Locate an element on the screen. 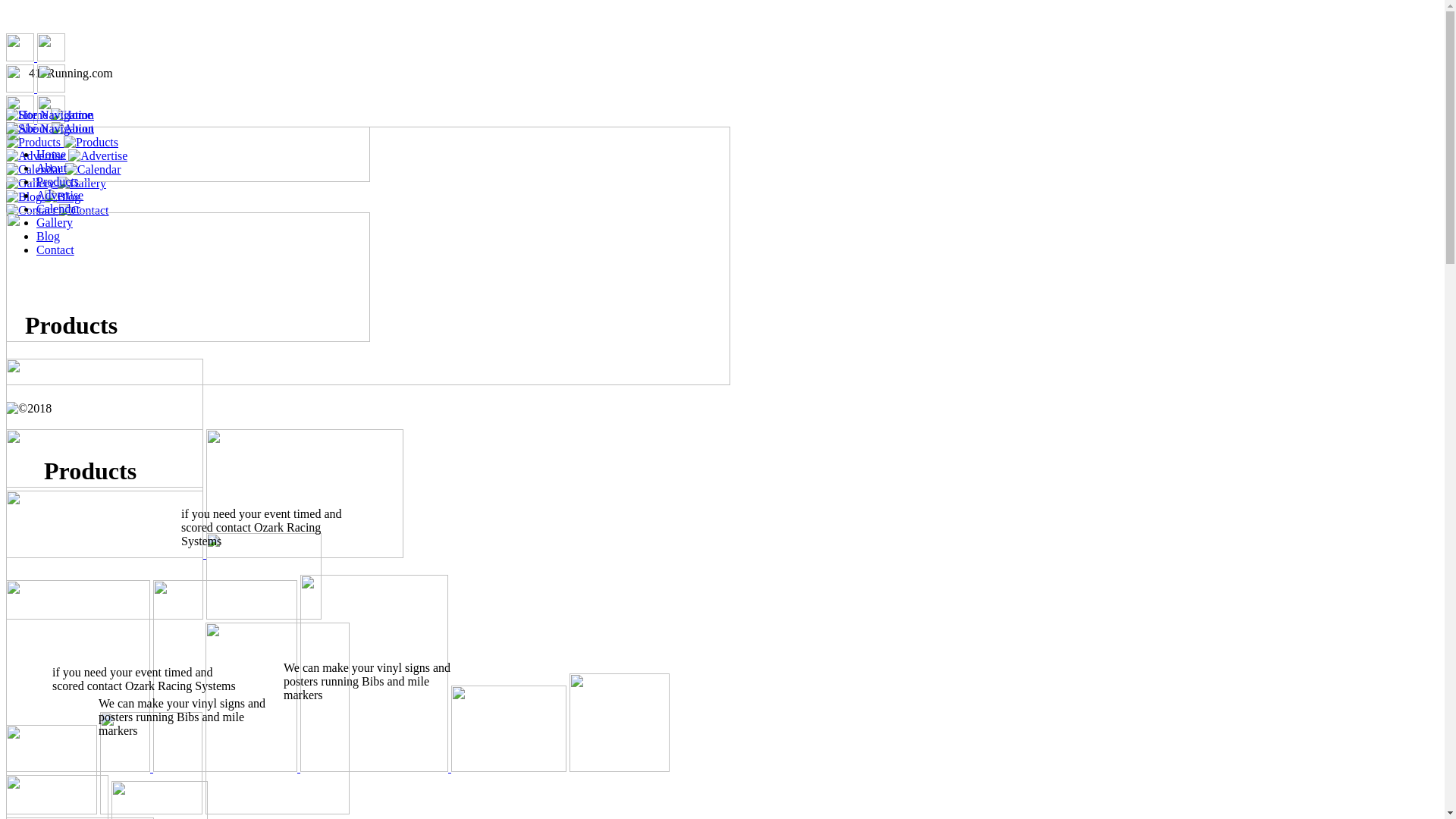  'Advertise' is located at coordinates (59, 194).